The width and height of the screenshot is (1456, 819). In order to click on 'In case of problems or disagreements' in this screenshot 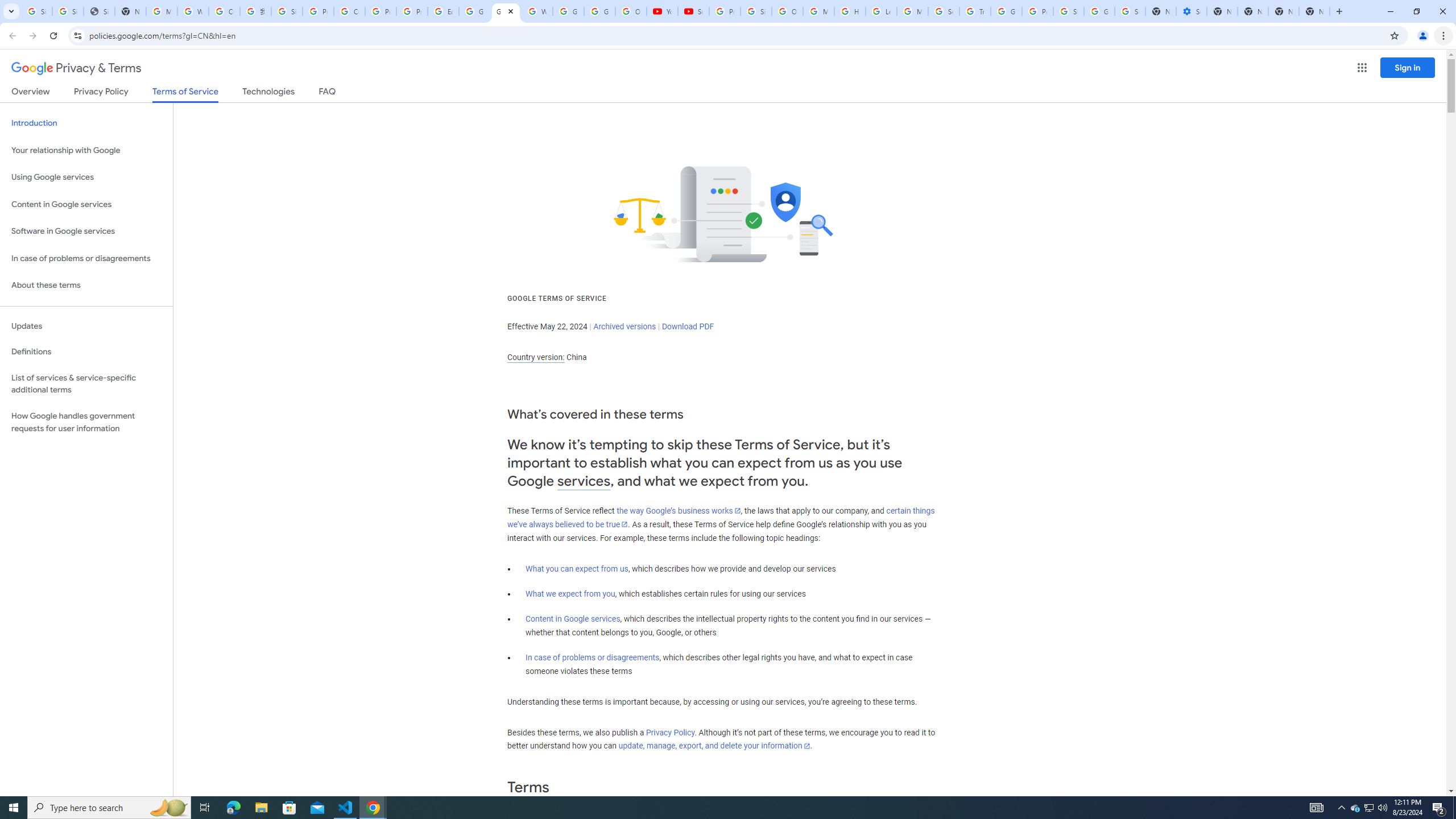, I will do `click(591, 657)`.